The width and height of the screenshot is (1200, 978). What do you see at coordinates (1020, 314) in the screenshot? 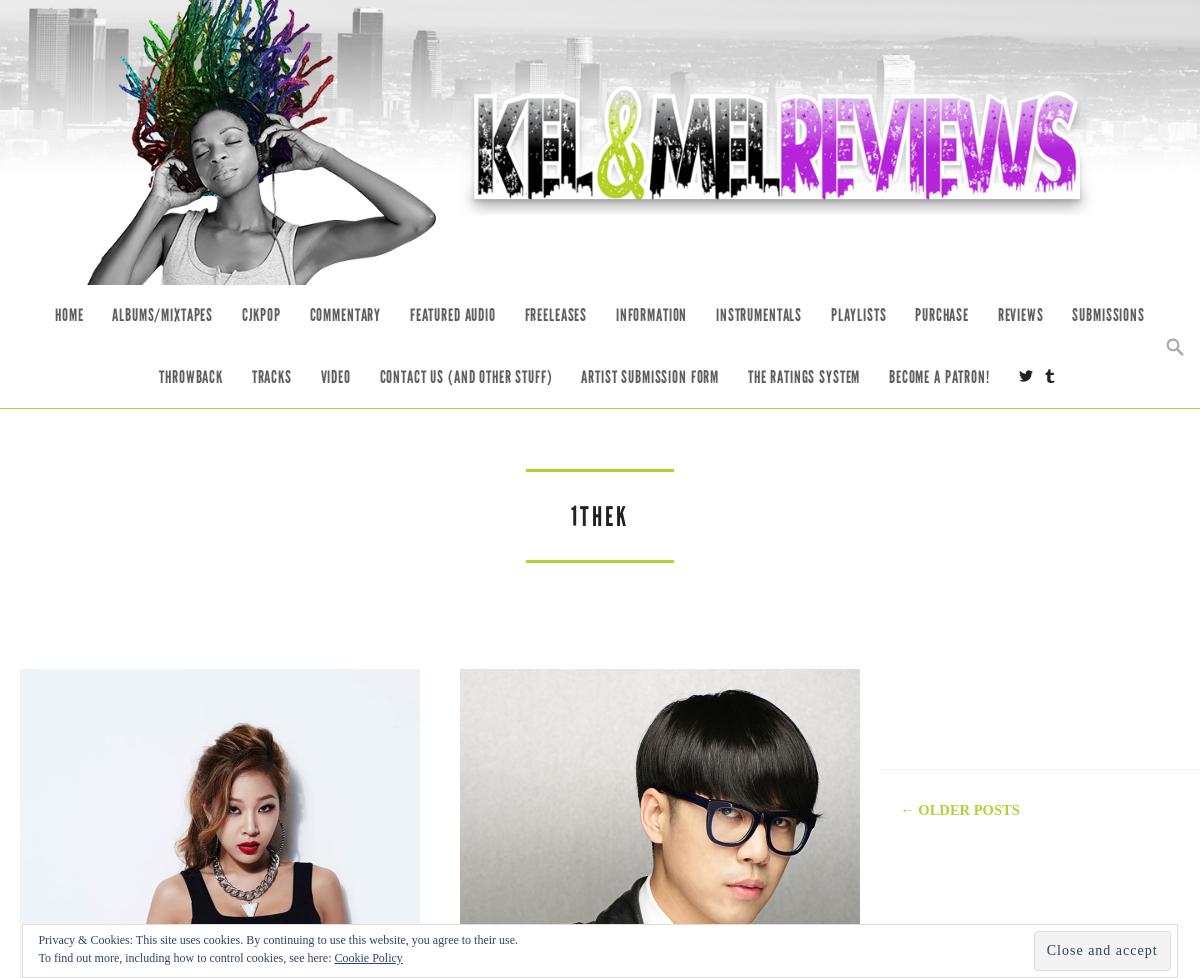
I see `'Reviews'` at bounding box center [1020, 314].